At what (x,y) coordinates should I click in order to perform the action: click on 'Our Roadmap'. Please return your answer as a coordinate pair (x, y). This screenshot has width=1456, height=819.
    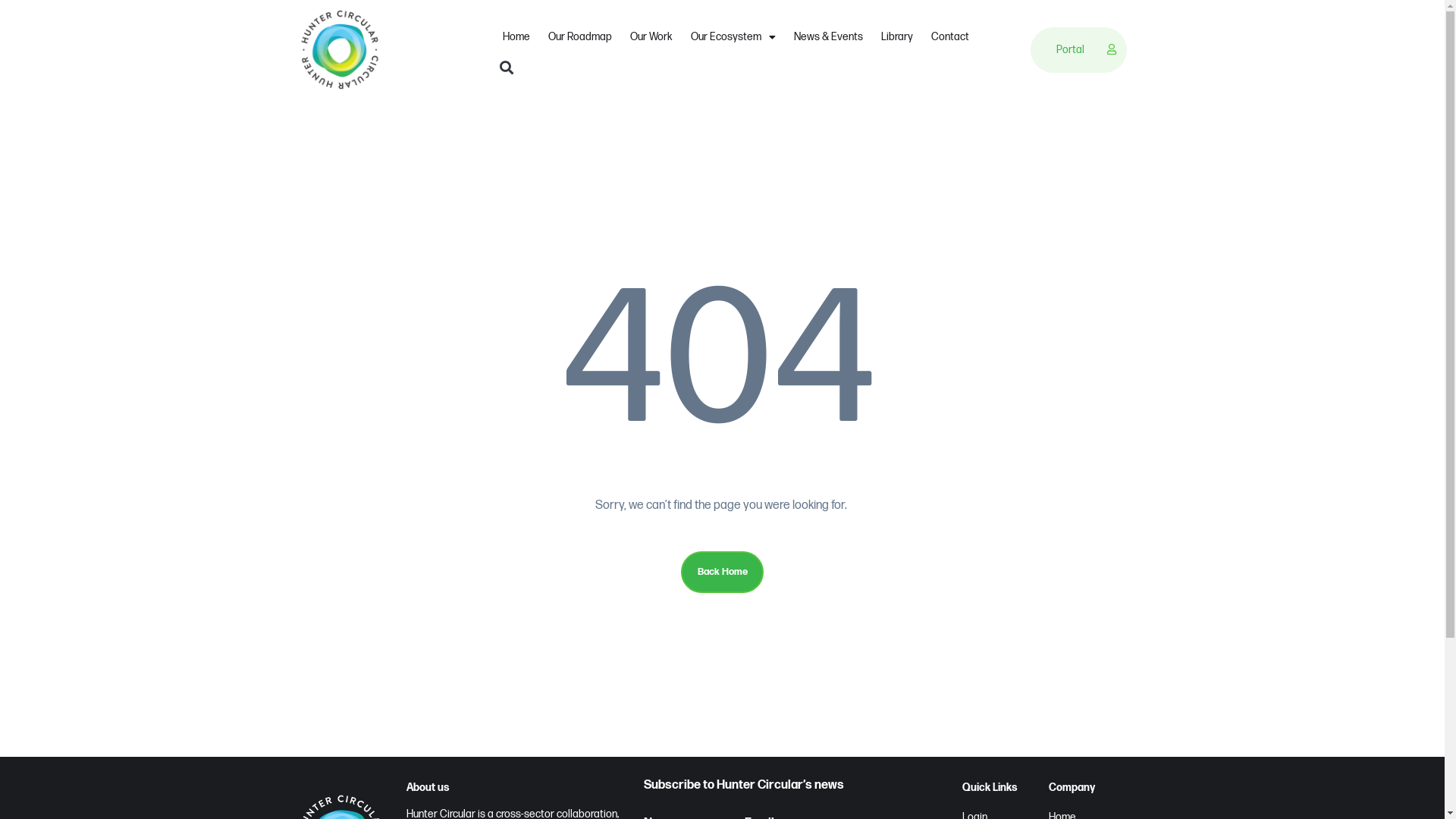
    Looking at the image, I should click on (538, 36).